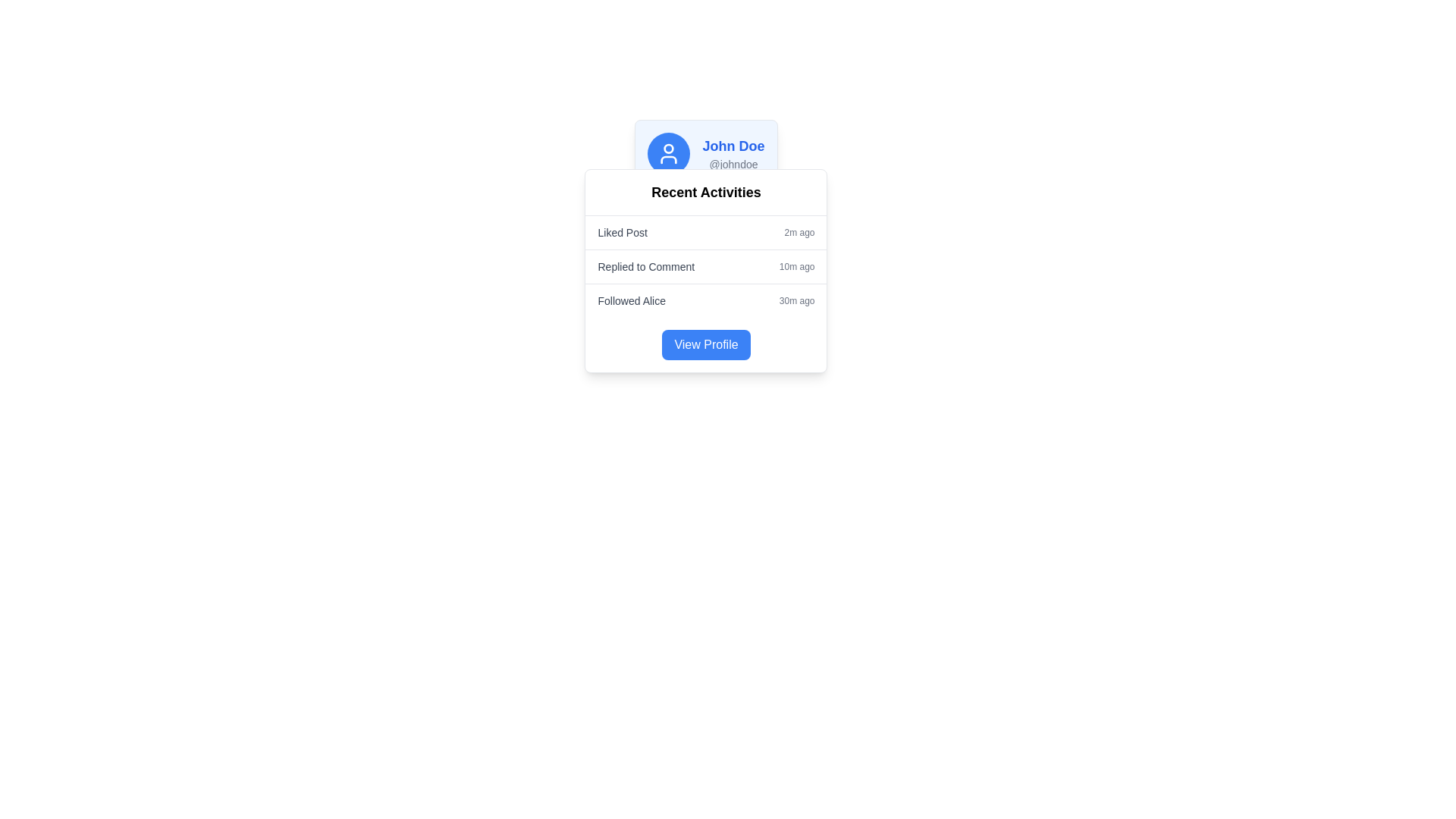 This screenshot has width=1456, height=819. Describe the element at coordinates (632, 301) in the screenshot. I see `the Text Label that provides contextual information about user activities, located in the 'Recent Activities' section, specifically to the left of the '30m ago' time indicator` at that location.